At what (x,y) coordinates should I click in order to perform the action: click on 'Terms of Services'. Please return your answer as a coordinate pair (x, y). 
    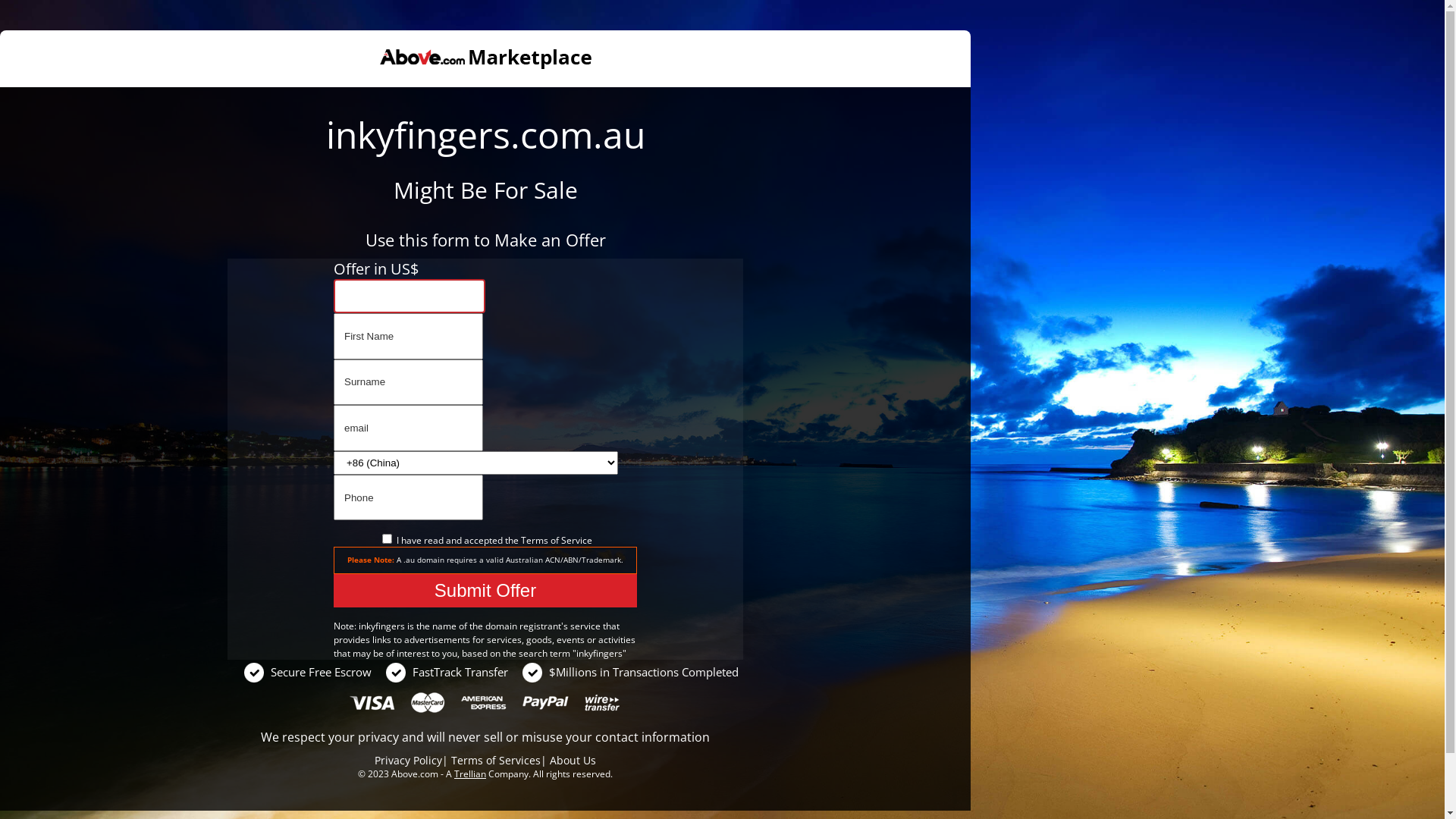
    Looking at the image, I should click on (495, 760).